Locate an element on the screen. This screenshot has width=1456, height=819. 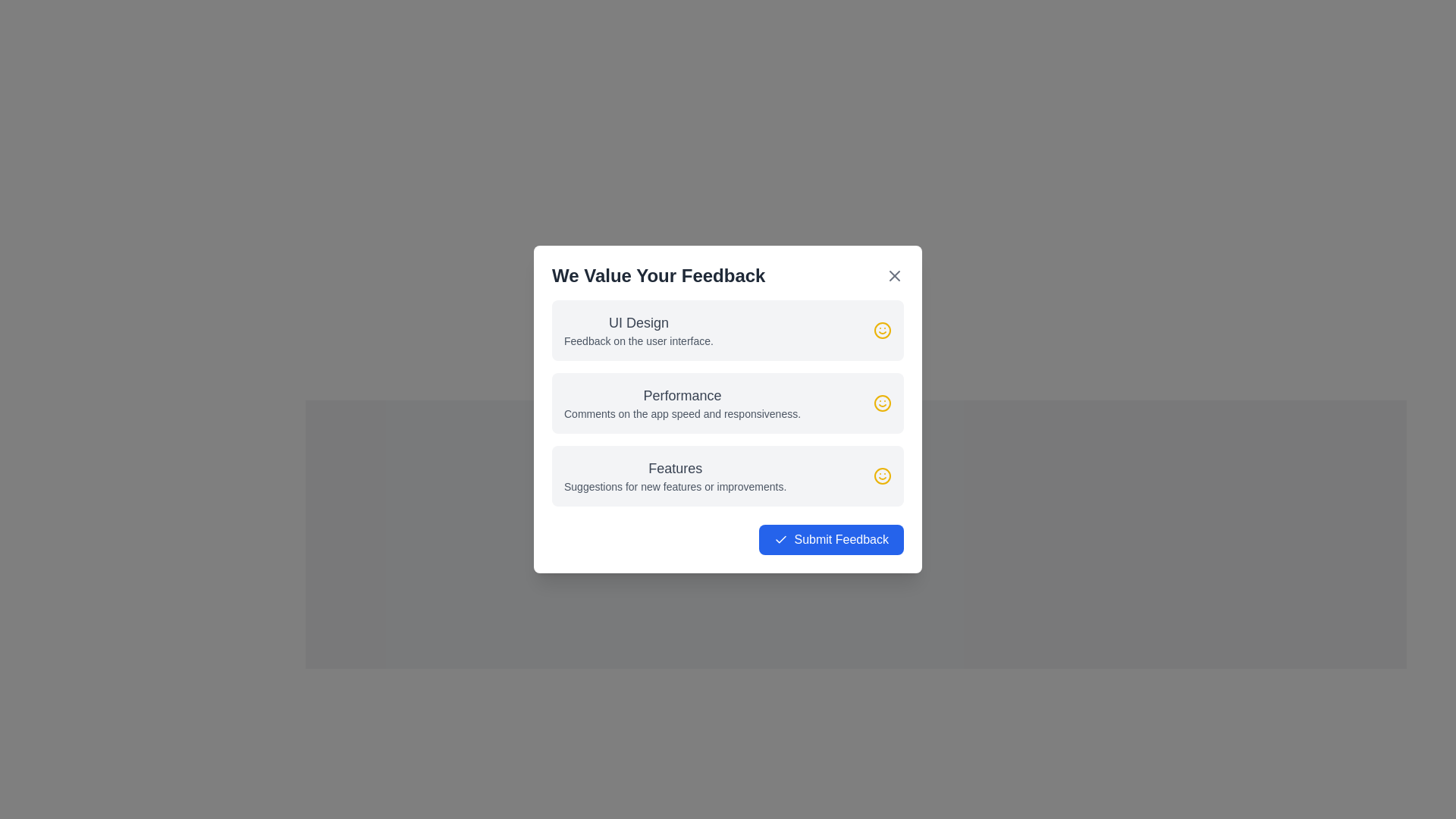
prominently styled header text 'We Value Your Feedback' to understand the dialog's purpose is located at coordinates (728, 275).